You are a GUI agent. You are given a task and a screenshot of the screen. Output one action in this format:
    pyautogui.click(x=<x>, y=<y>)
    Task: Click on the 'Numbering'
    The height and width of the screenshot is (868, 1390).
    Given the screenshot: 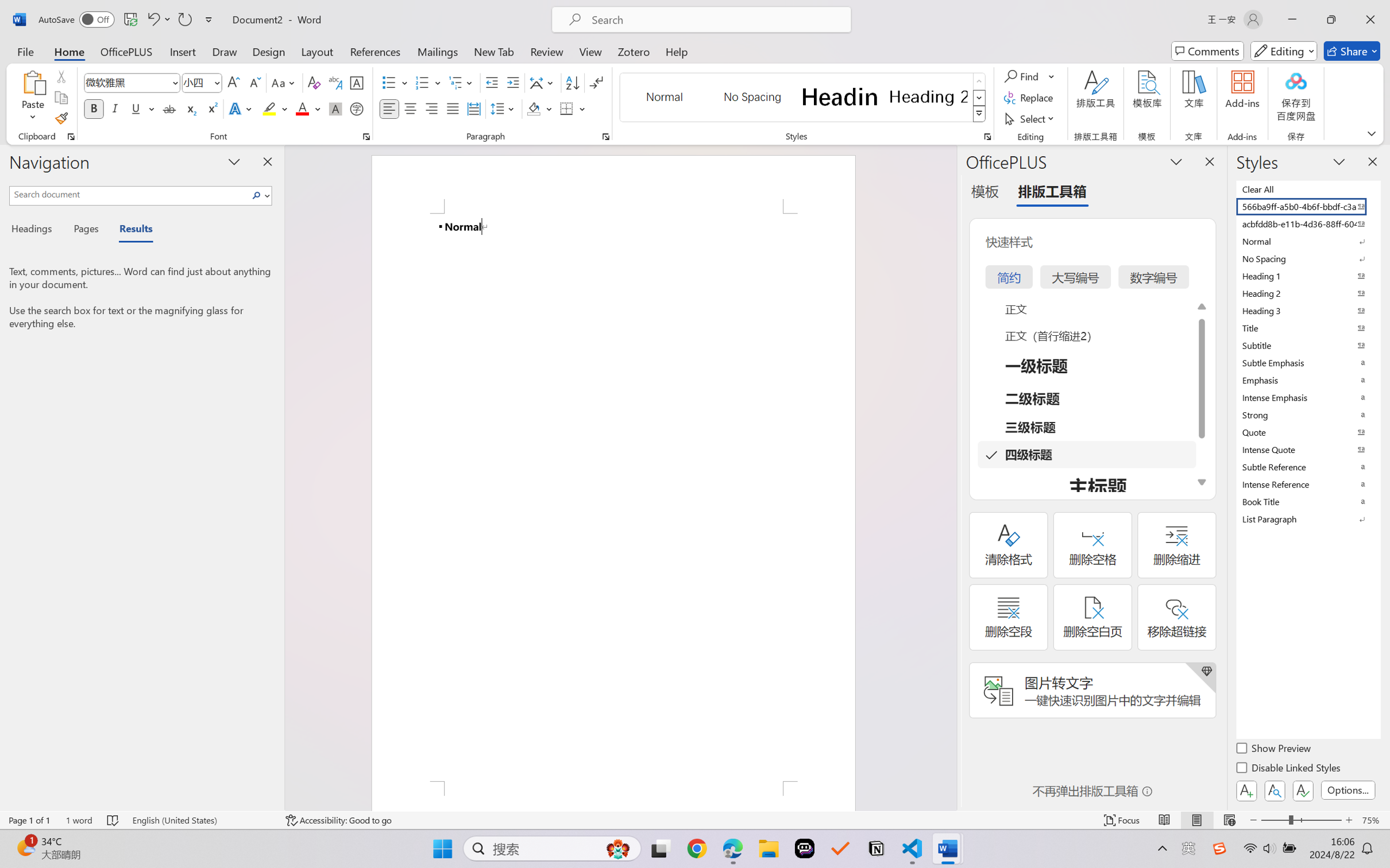 What is the action you would take?
    pyautogui.click(x=428, y=83)
    